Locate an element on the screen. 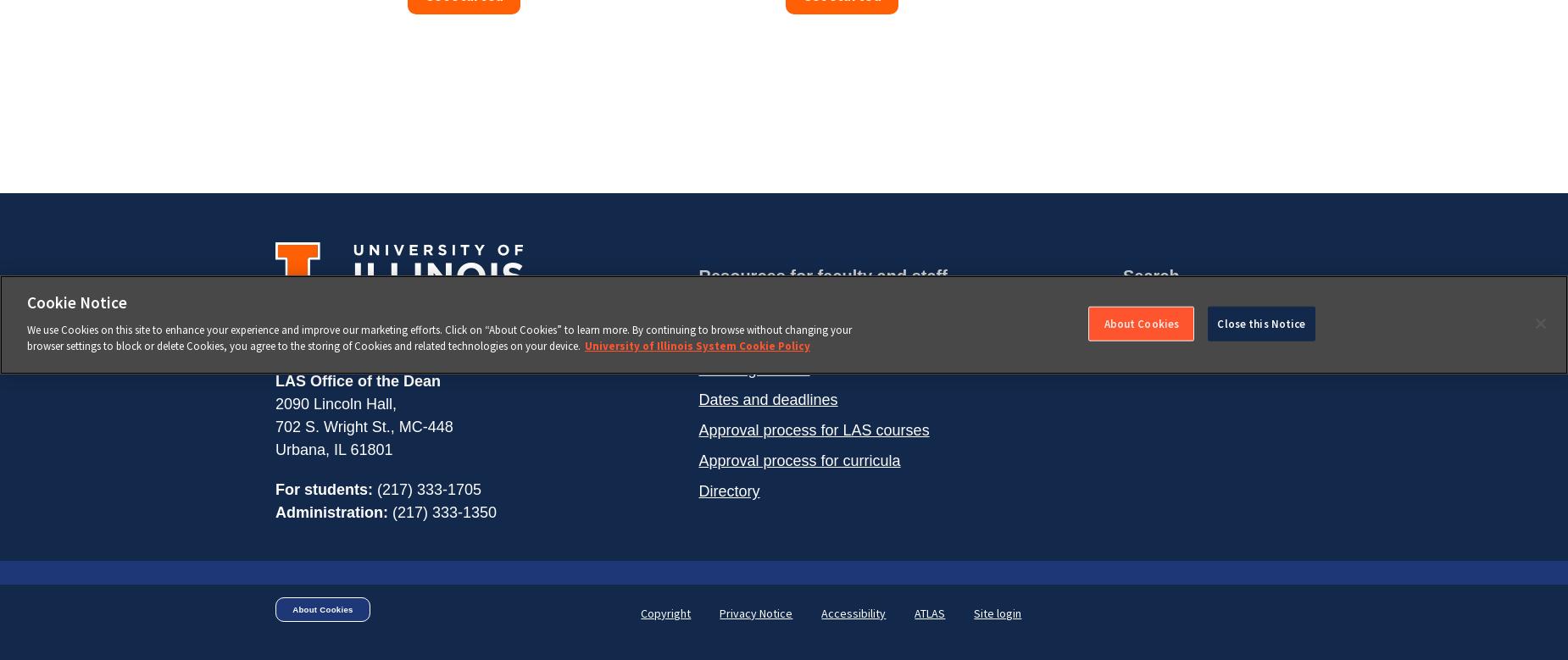 This screenshot has width=1568, height=660. 'Resources for faculty and staff' is located at coordinates (821, 276).